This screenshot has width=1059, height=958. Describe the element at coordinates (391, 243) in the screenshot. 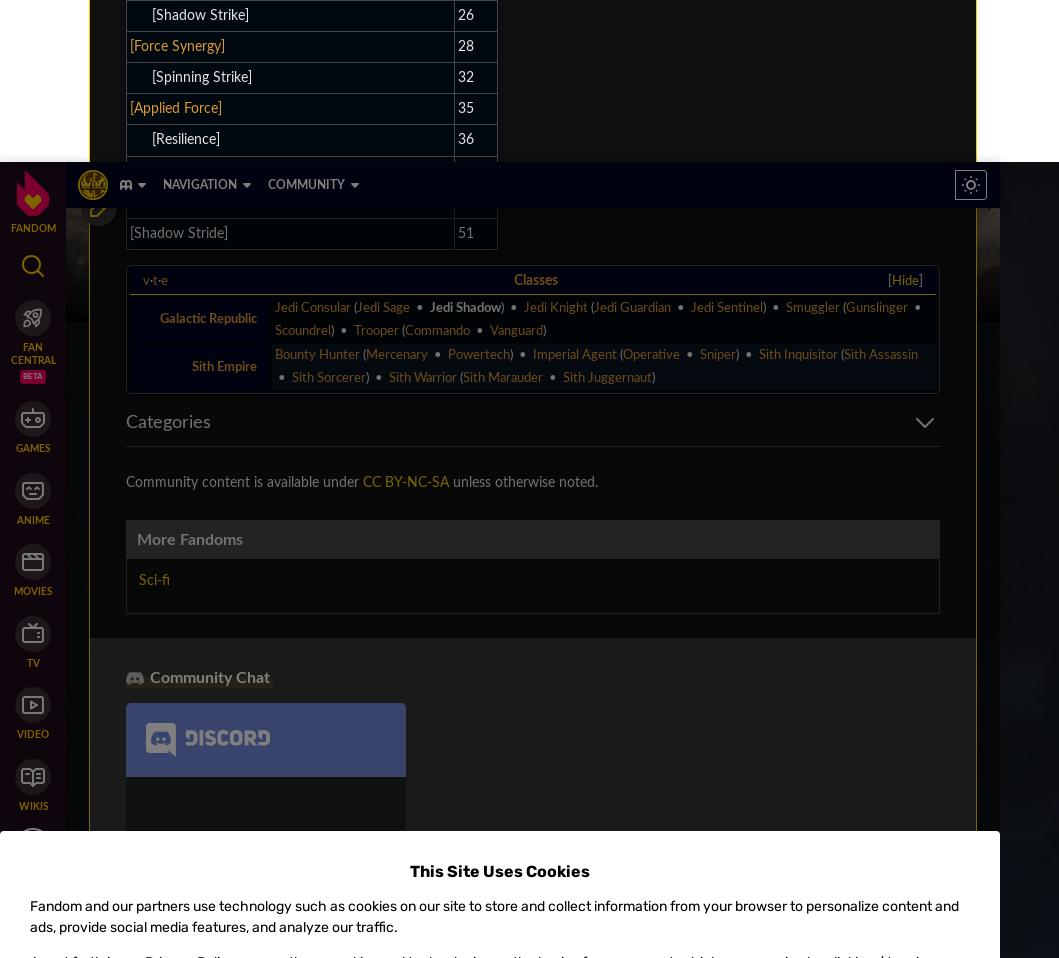

I see `'Help'` at that location.